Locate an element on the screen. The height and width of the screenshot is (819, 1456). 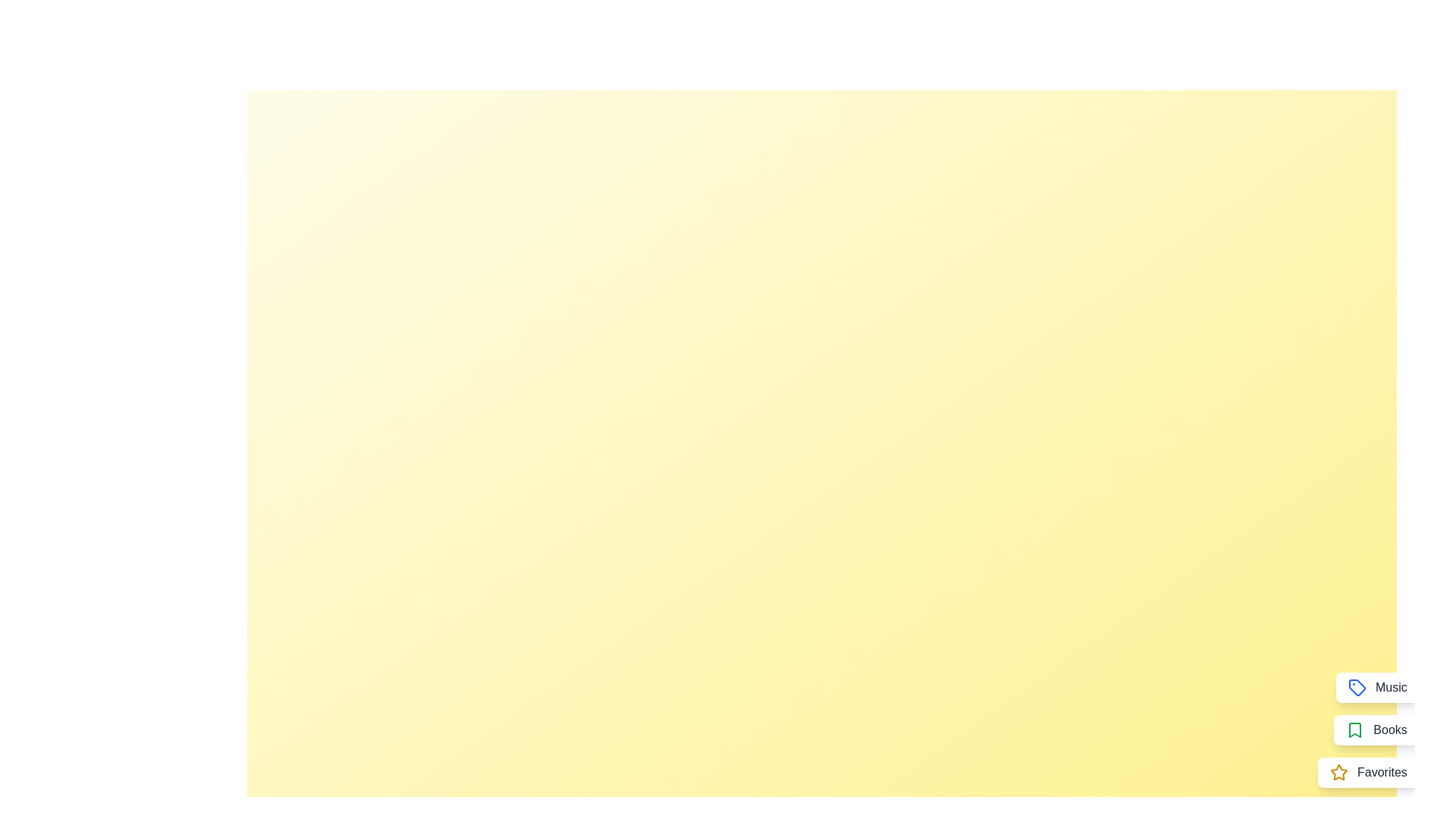
the 'Books' menu item is located at coordinates (1376, 730).